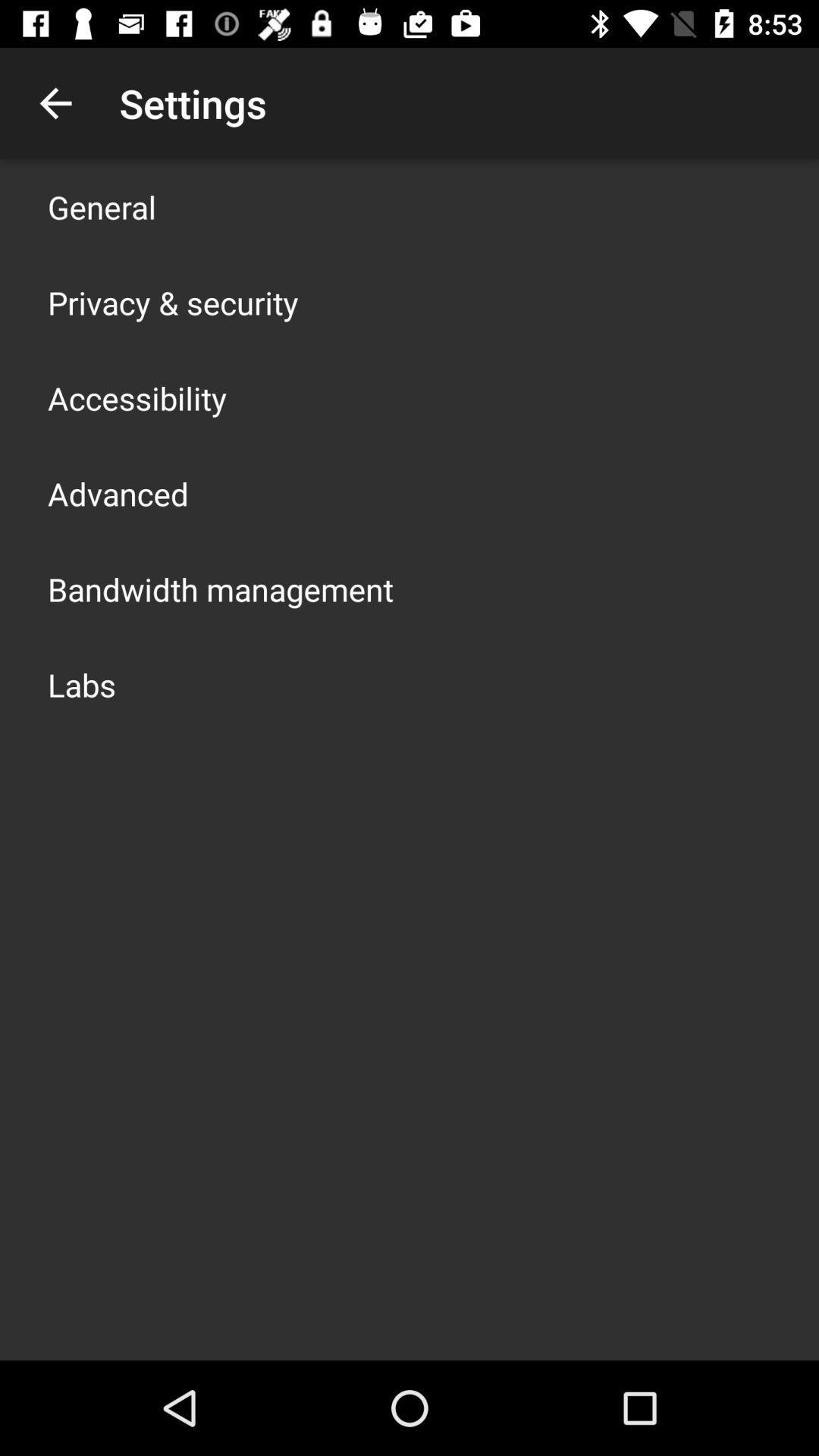 The width and height of the screenshot is (819, 1456). What do you see at coordinates (137, 397) in the screenshot?
I see `the accessibility item` at bounding box center [137, 397].